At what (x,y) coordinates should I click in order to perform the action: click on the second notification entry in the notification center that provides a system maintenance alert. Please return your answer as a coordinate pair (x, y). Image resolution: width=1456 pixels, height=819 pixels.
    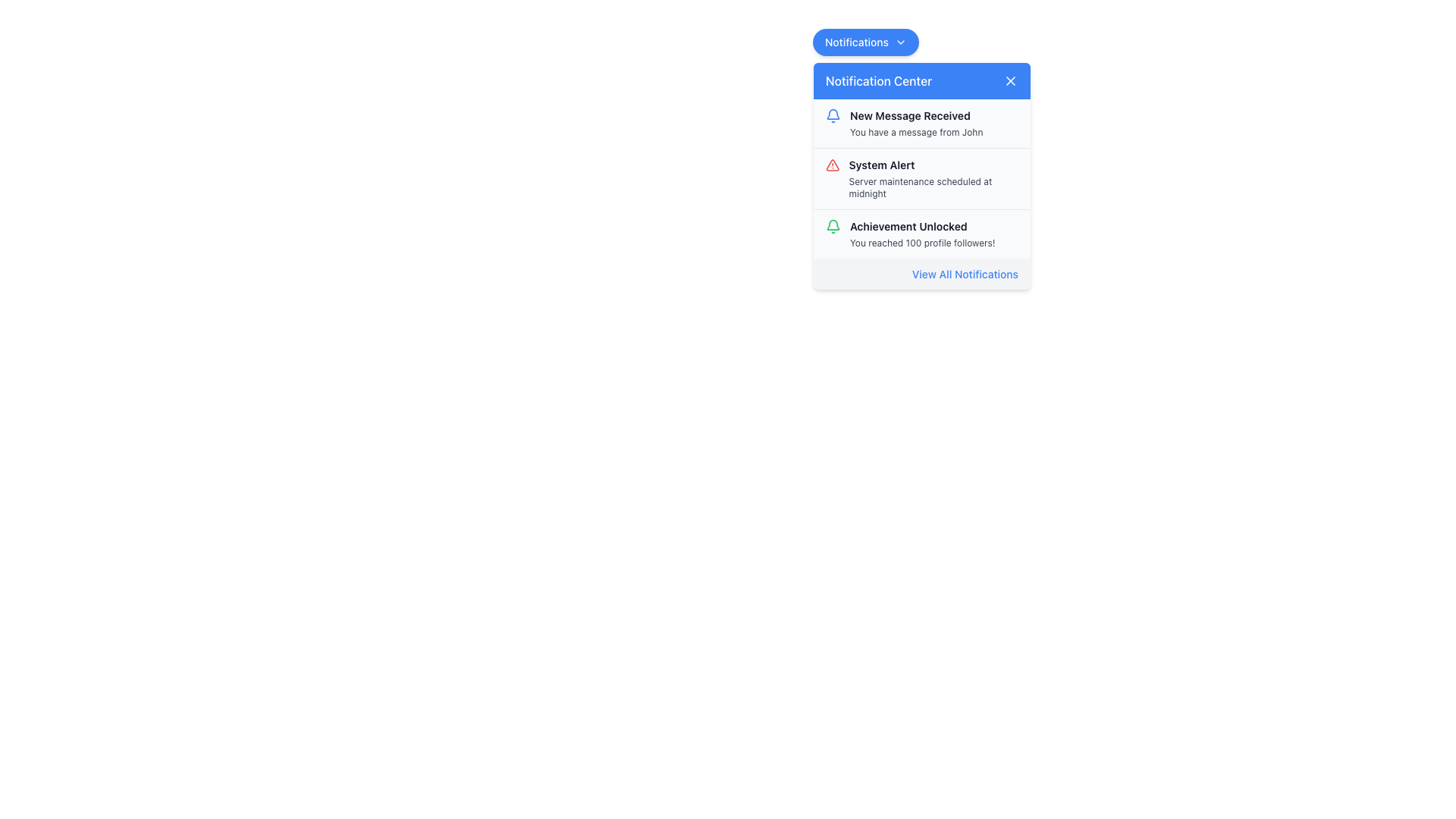
    Looking at the image, I should click on (921, 177).